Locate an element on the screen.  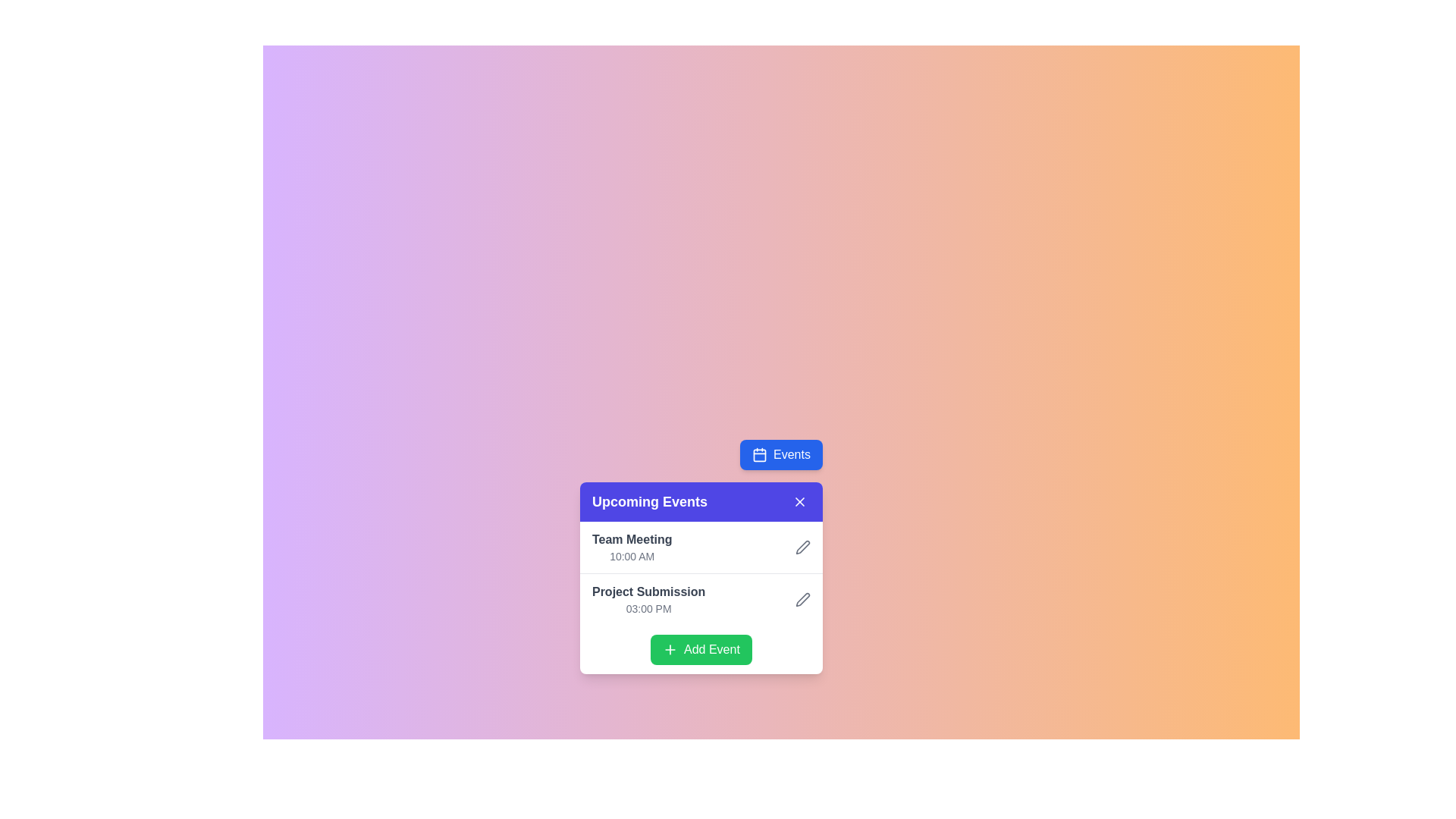
the 'Project Submission' text display component for accessibility features is located at coordinates (648, 598).